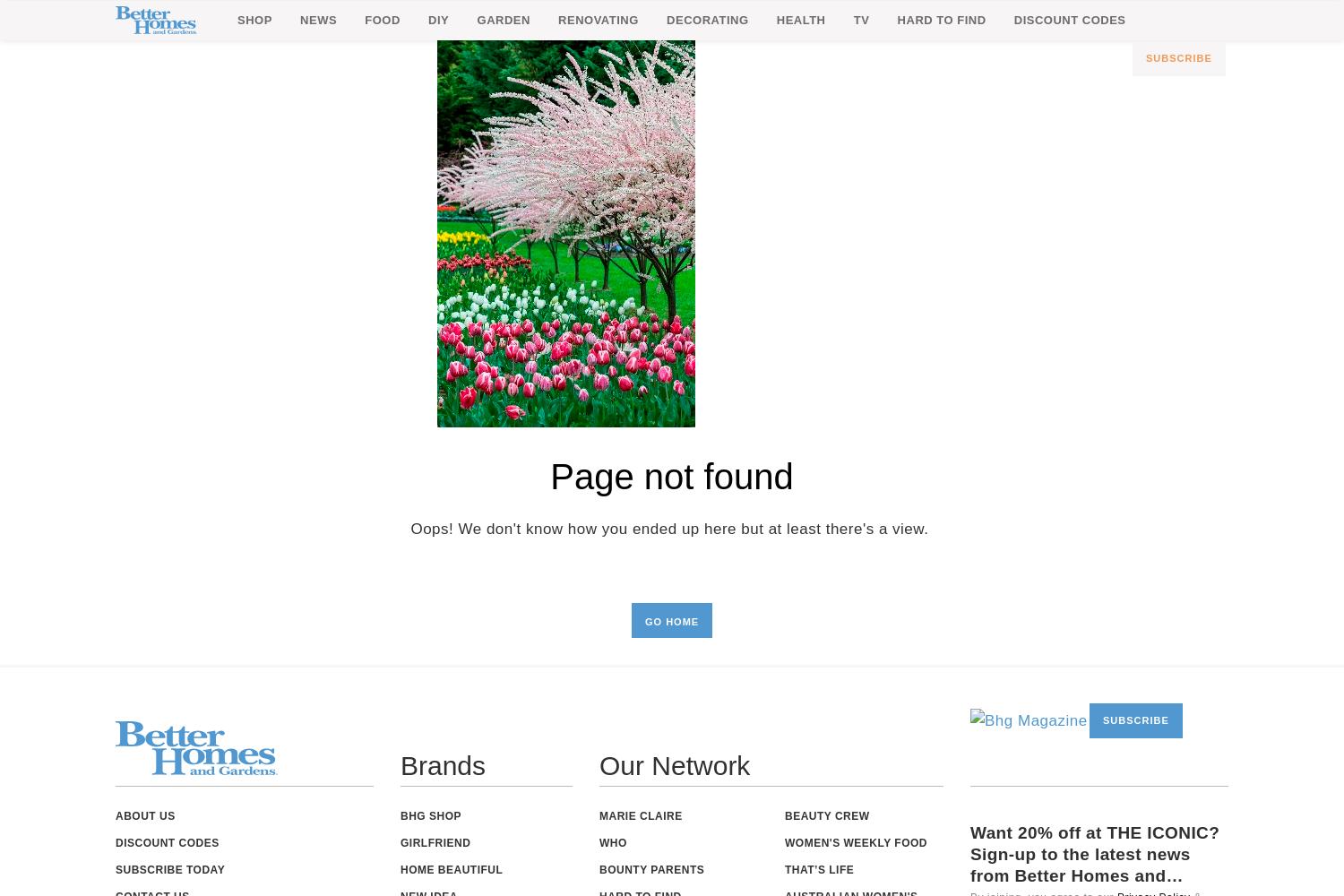 This screenshot has width=1344, height=896. I want to click on 'That’s Life', so click(819, 869).